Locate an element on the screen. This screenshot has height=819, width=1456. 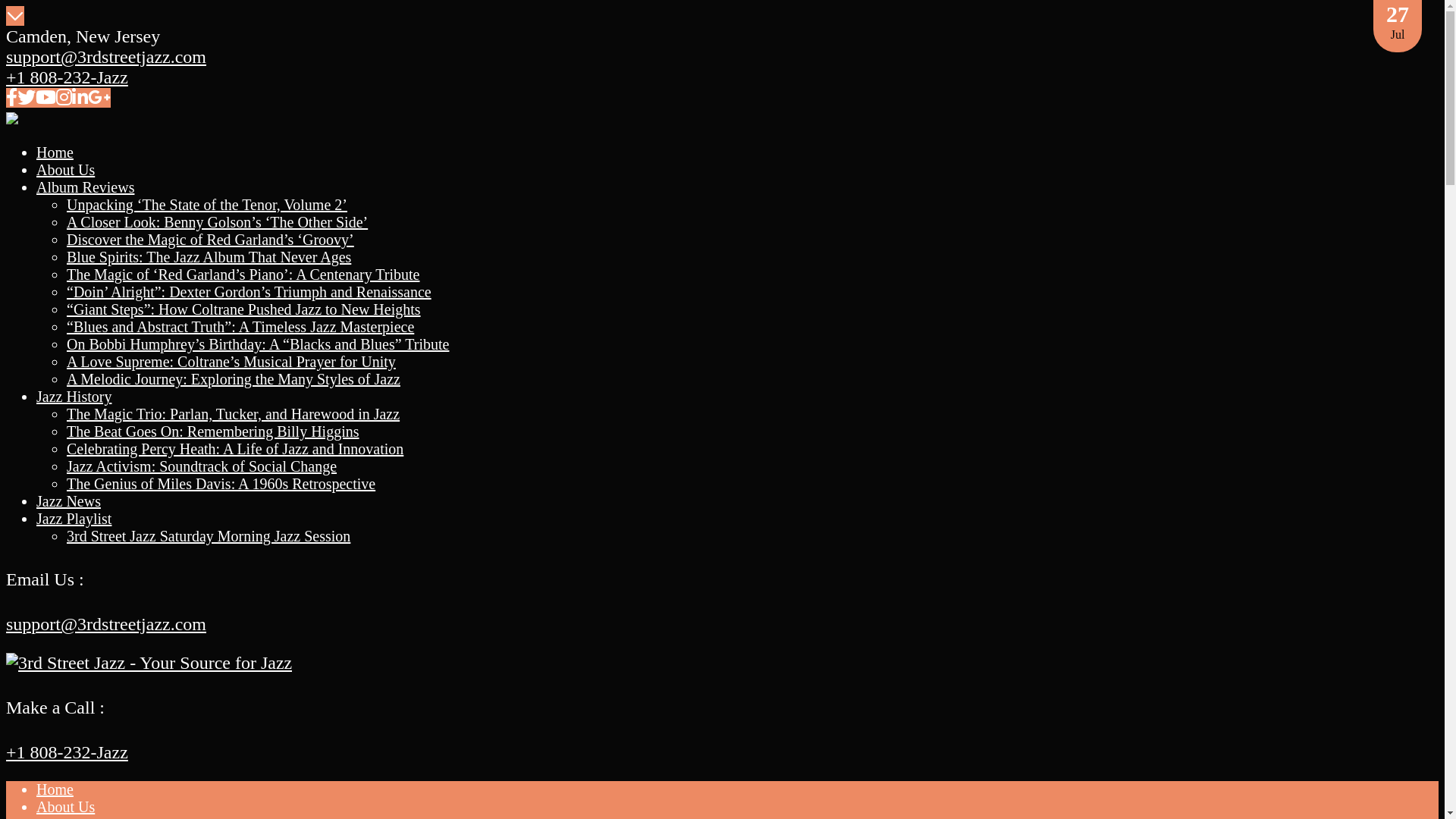
'support@3rdstreetjazz.com' is located at coordinates (105, 623).